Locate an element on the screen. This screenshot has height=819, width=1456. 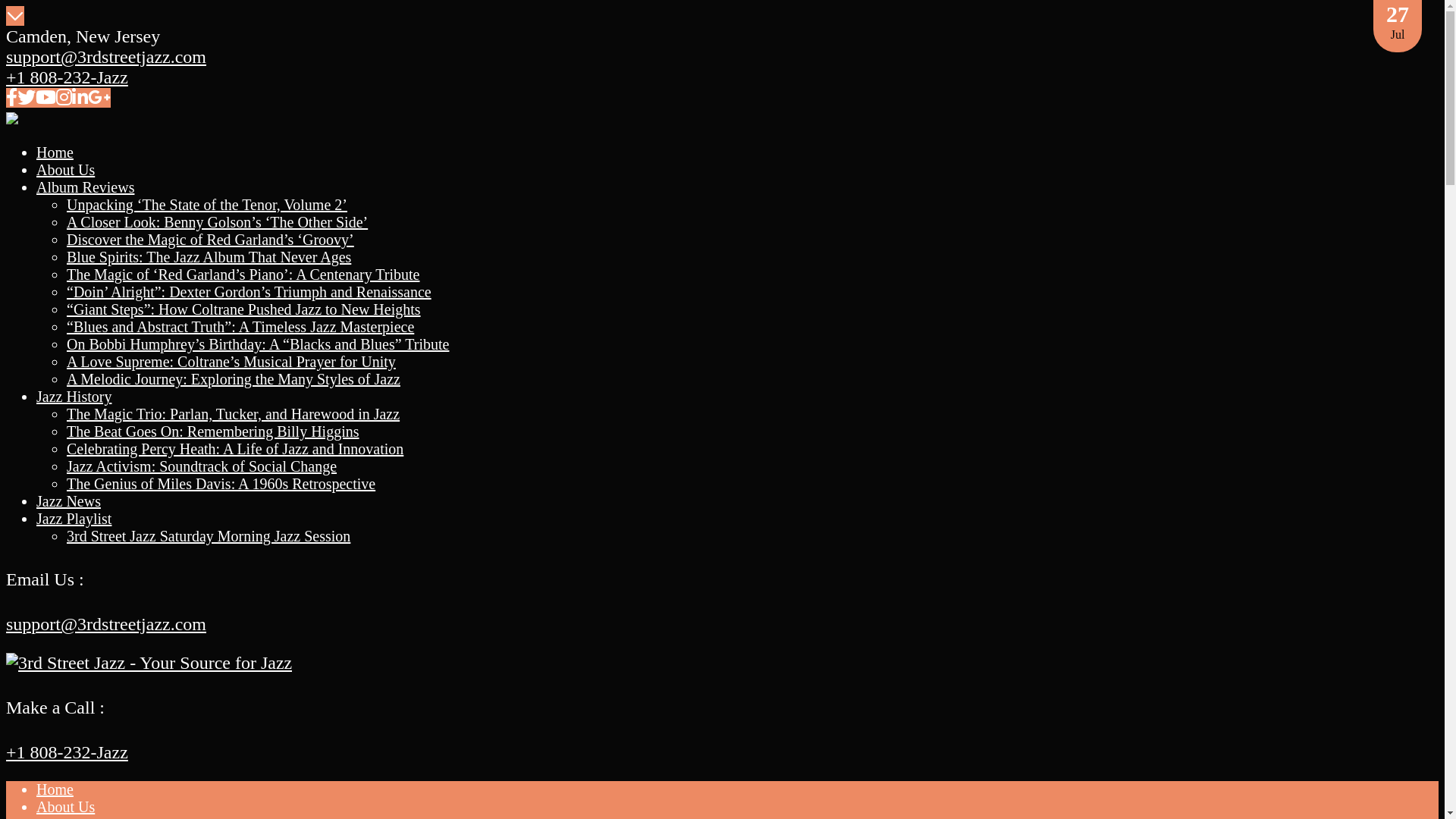
'support@3rdstreetjazz.com' is located at coordinates (105, 623).